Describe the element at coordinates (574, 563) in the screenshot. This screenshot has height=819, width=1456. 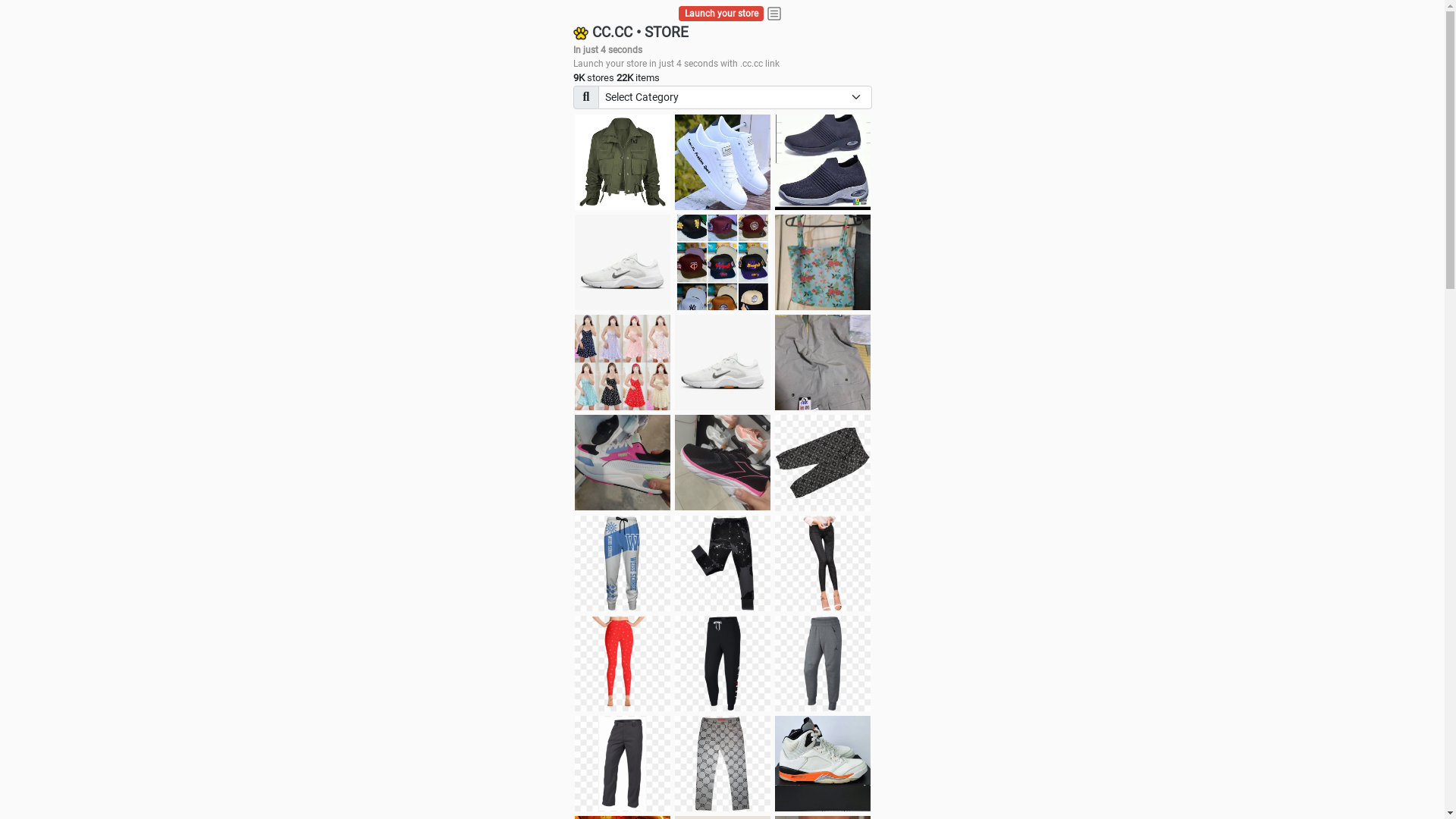
I see `'Pant'` at that location.